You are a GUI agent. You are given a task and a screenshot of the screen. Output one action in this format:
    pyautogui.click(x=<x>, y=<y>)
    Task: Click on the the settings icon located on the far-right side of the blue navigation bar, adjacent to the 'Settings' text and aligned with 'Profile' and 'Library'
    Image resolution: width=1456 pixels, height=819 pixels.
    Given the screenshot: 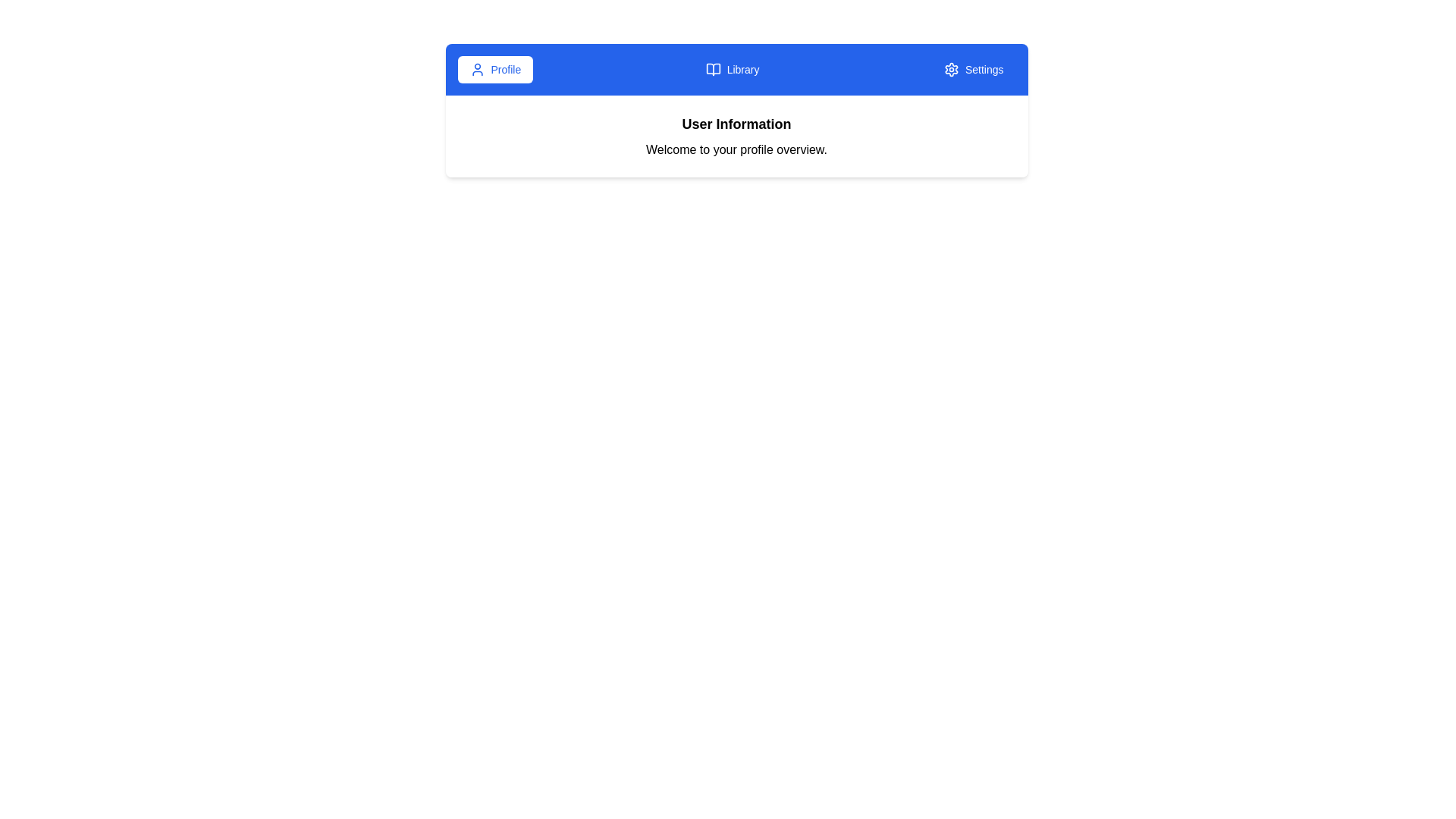 What is the action you would take?
    pyautogui.click(x=950, y=70)
    